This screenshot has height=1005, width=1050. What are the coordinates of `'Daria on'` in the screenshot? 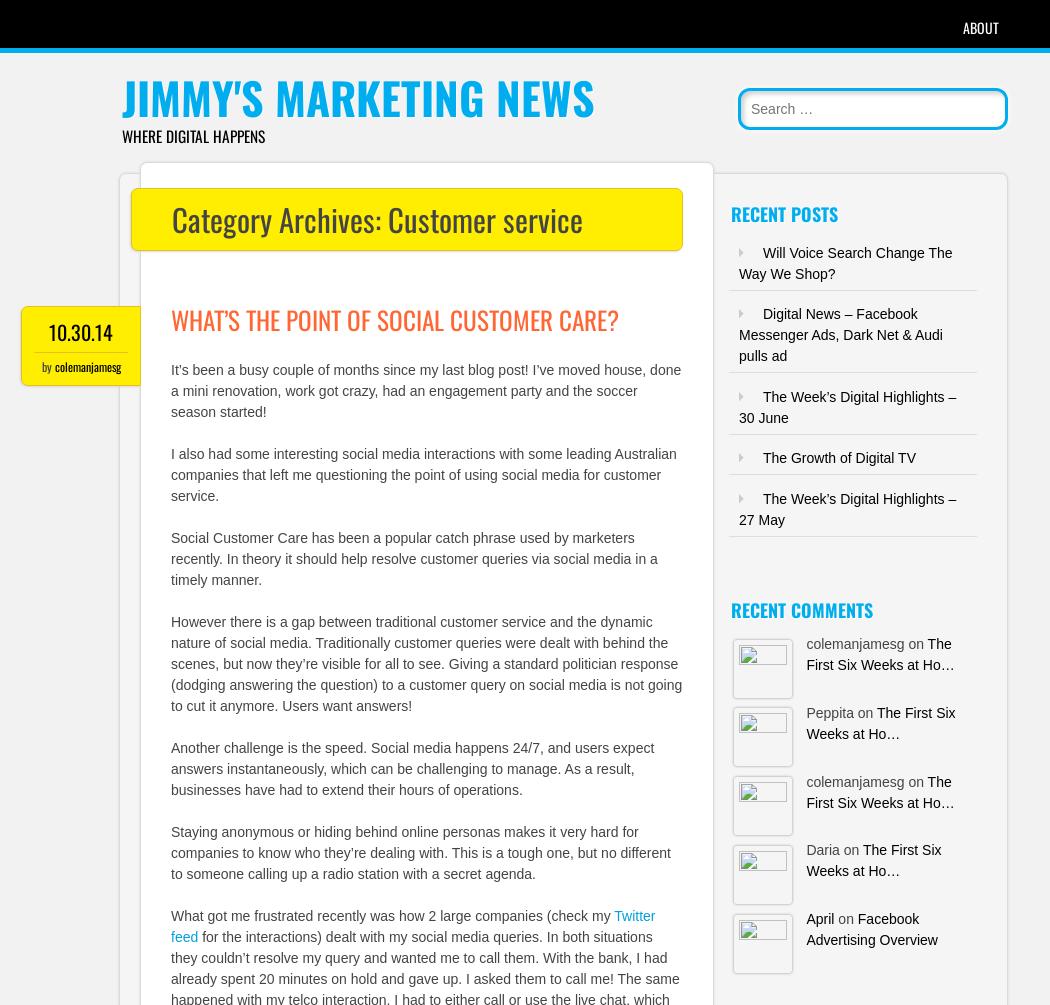 It's located at (834, 849).